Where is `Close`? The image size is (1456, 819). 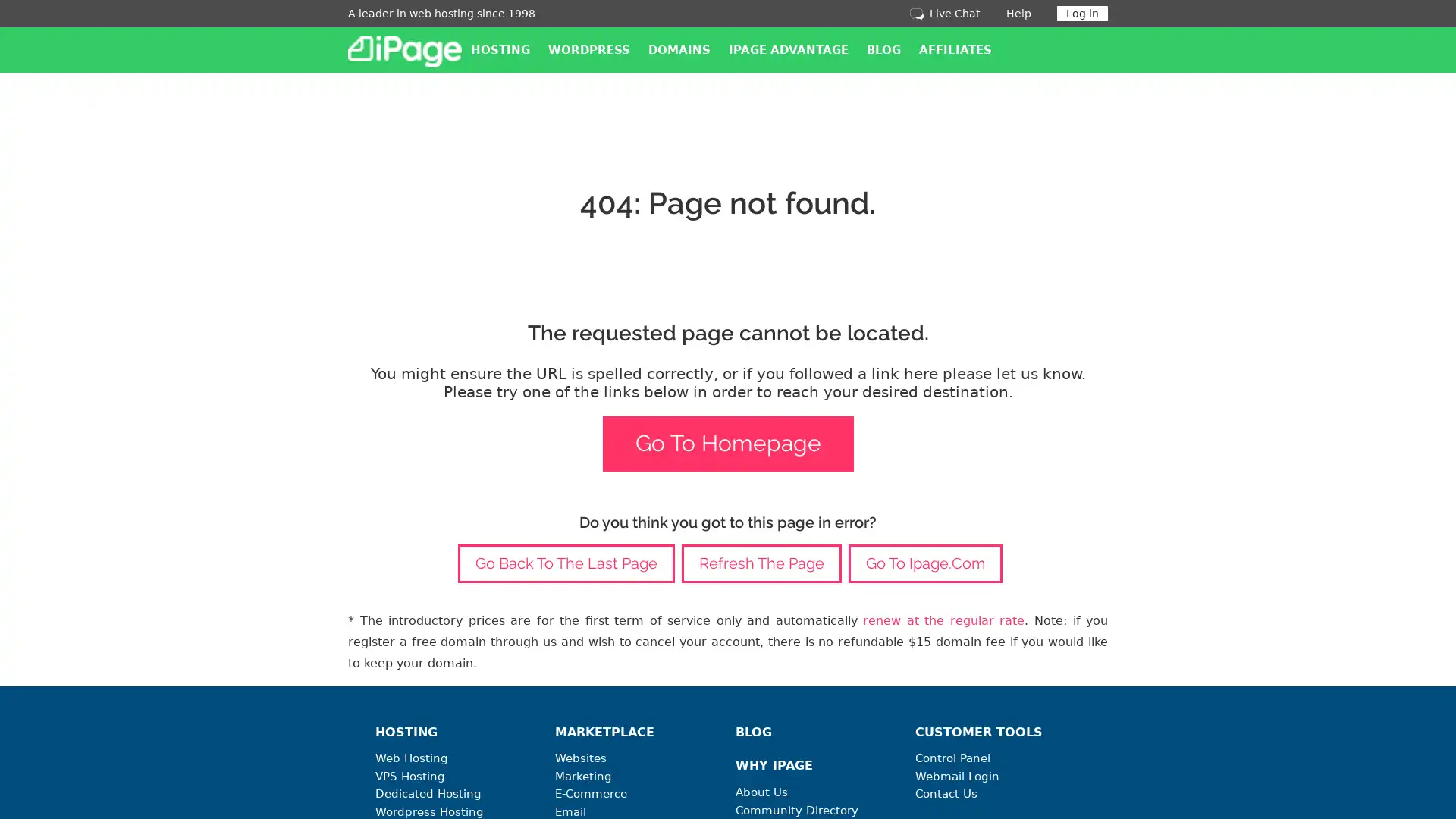 Close is located at coordinates (277, 571).